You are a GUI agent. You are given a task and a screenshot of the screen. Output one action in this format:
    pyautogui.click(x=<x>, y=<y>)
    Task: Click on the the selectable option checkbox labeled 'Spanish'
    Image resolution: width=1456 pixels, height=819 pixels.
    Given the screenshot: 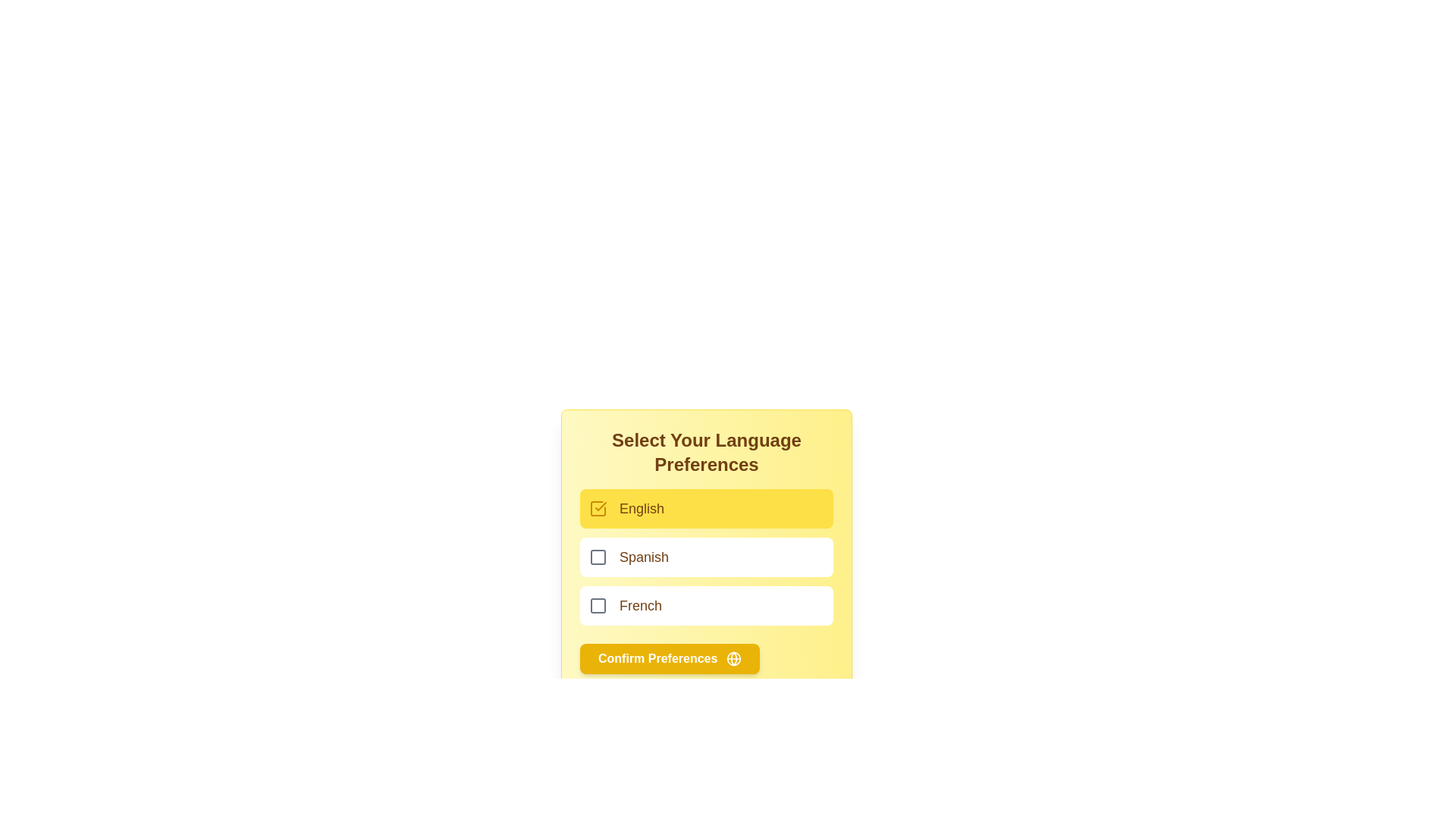 What is the action you would take?
    pyautogui.click(x=705, y=557)
    